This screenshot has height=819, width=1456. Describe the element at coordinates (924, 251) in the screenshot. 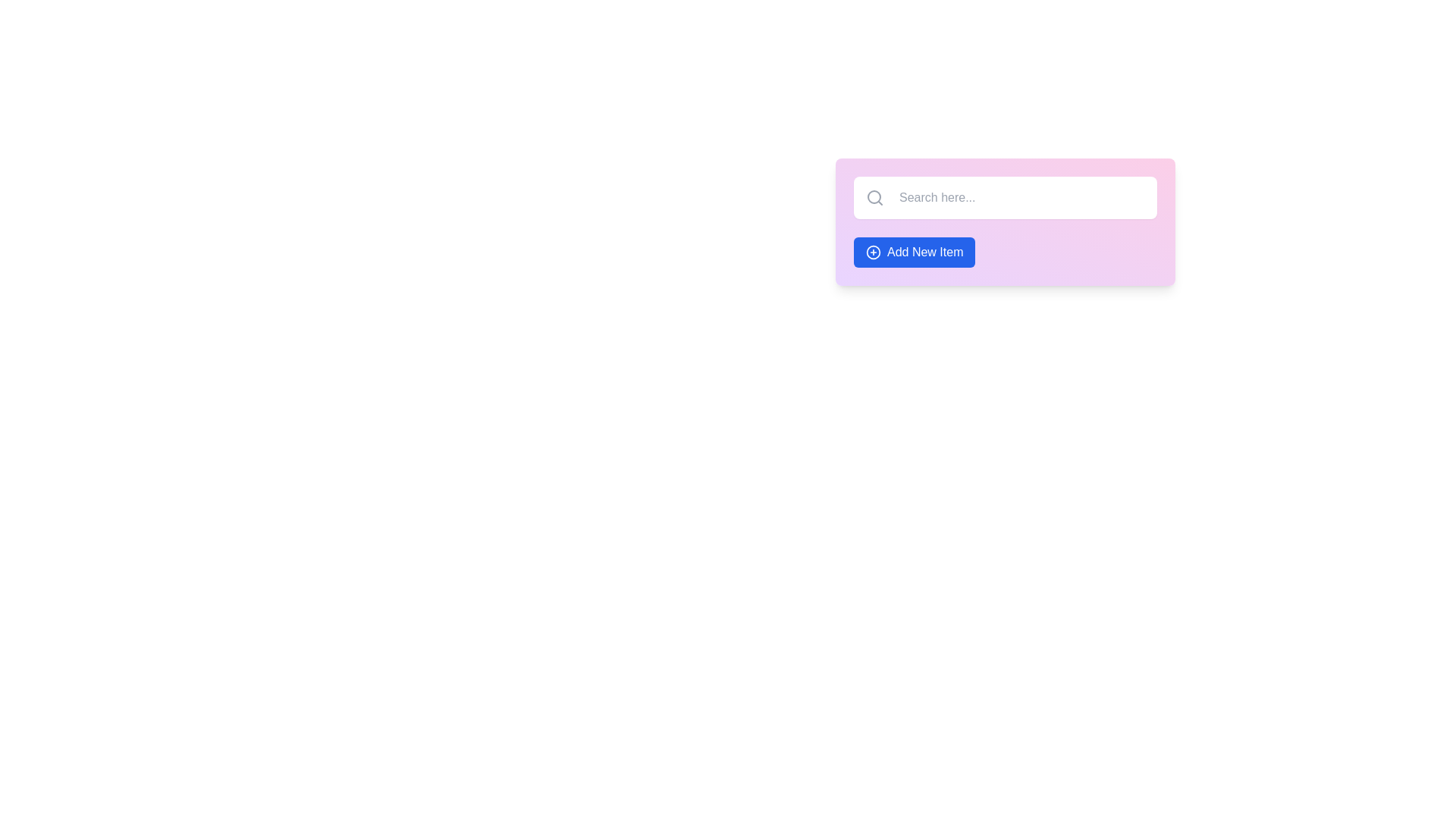

I see `the text label reading 'Add New Item' that is styled with white font on a blue background, which is part of a clickable button located at the bottom-left side of the interface, below the search bar` at that location.